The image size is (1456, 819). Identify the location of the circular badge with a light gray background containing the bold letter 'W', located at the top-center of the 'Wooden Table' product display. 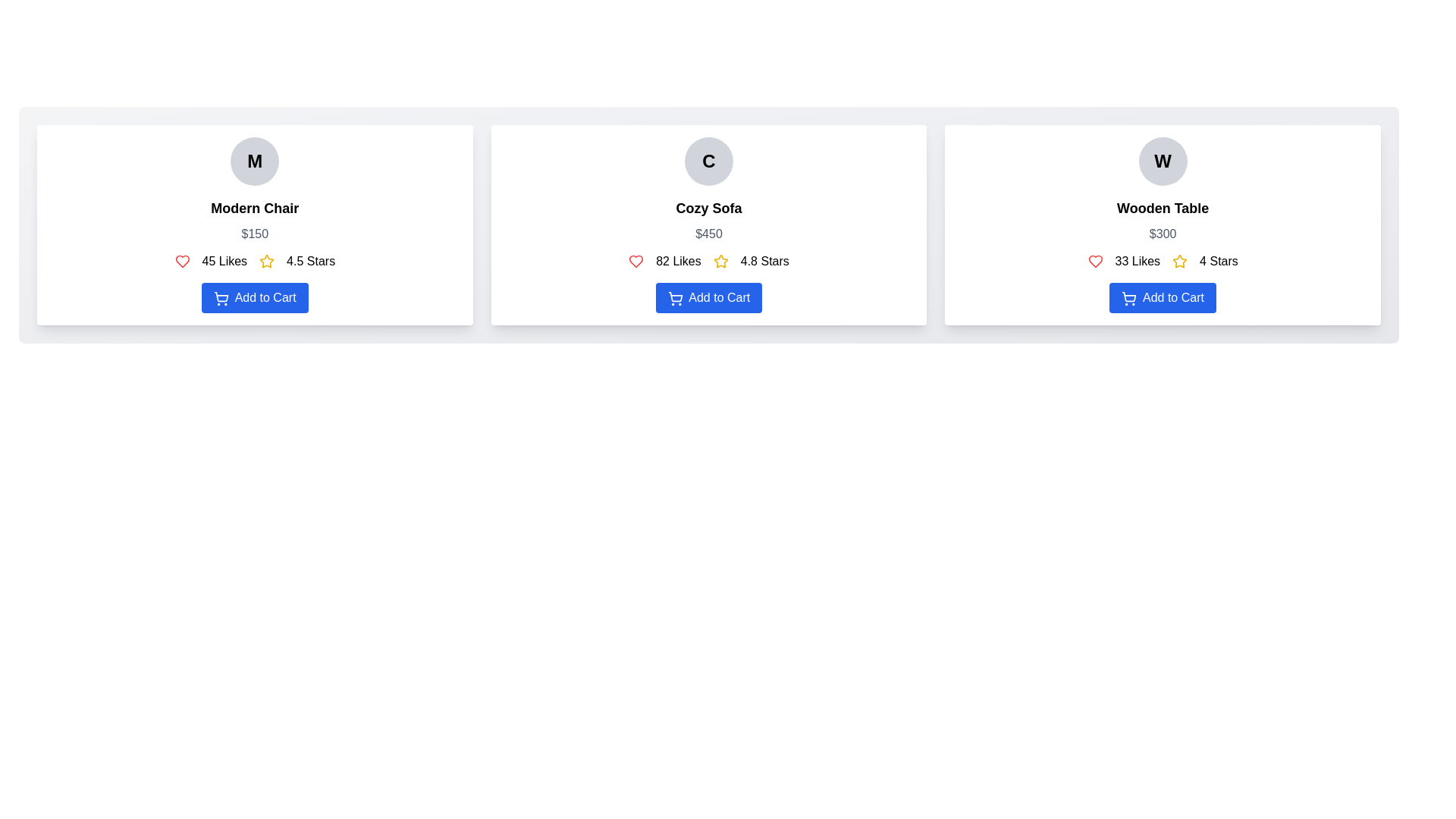
(1162, 161).